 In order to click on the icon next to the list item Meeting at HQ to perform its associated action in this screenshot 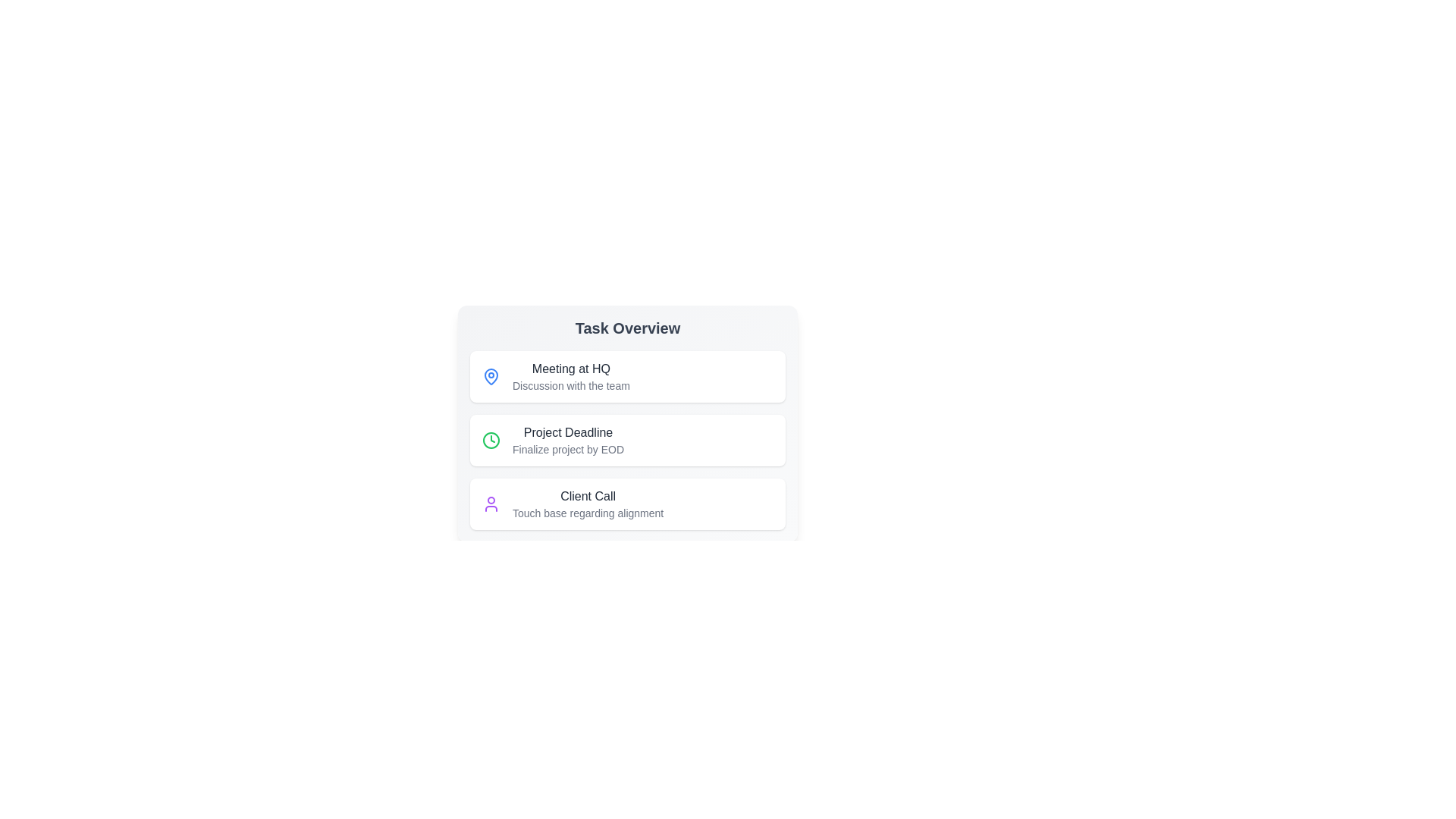, I will do `click(491, 376)`.